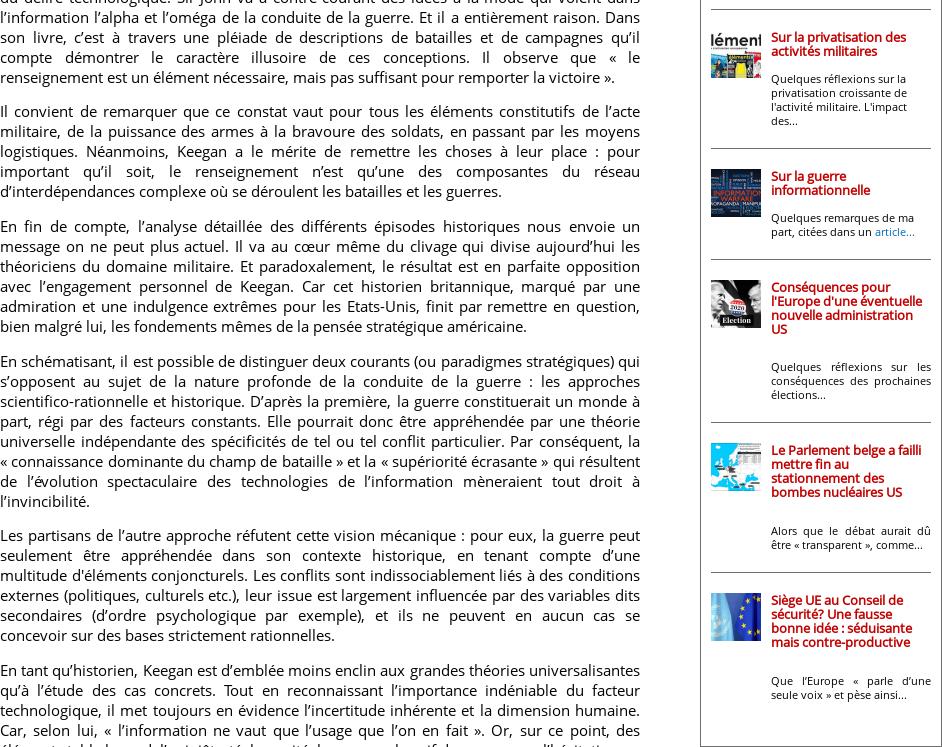  What do you see at coordinates (319, 429) in the screenshot?
I see `'En schématisant, il est possible de distinguer deux courants (ou paradigmes stratégiques) qui s’opposent au sujet de la nature profonde de la conduite de la guerre : les approches scientifico-rationnelle et historique. D’après la première, la guerre constituerait un monde à part, régi par des facteurs constants. Elle pourrait donc être appréhendée par une théorie universelle indépendante des spécificités de tel ou tel conflit particulier. Par conséquent, la « connaissance dominante du champ de bataille » et la « supériorité écrasante » qui résultent de l’évolution spectaculaire des technologies de l’information mèneraient tout droit à l’invincibilité.'` at bounding box center [319, 429].